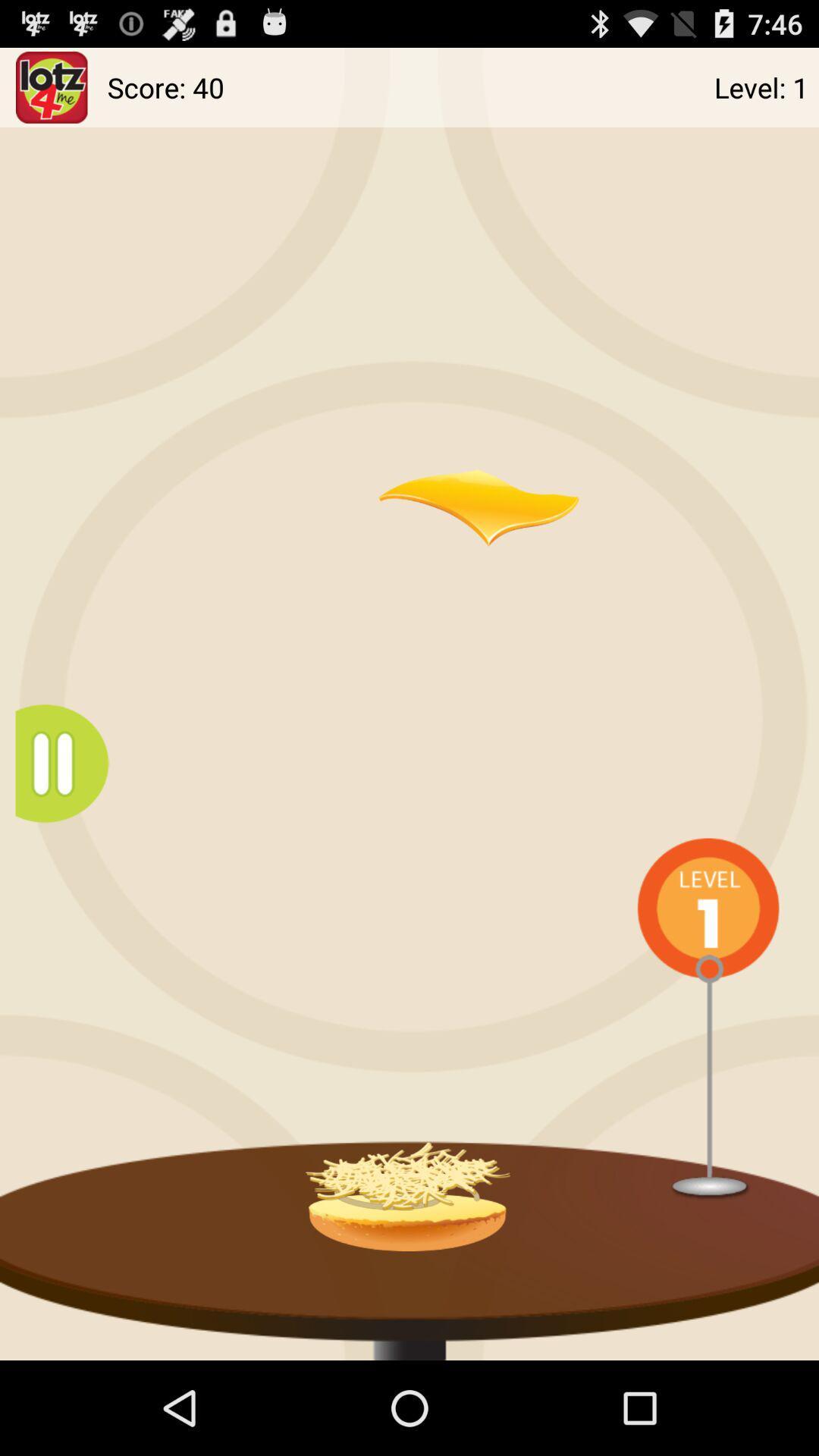 Image resolution: width=819 pixels, height=1456 pixels. I want to click on app to the left of score: 40, so click(51, 86).